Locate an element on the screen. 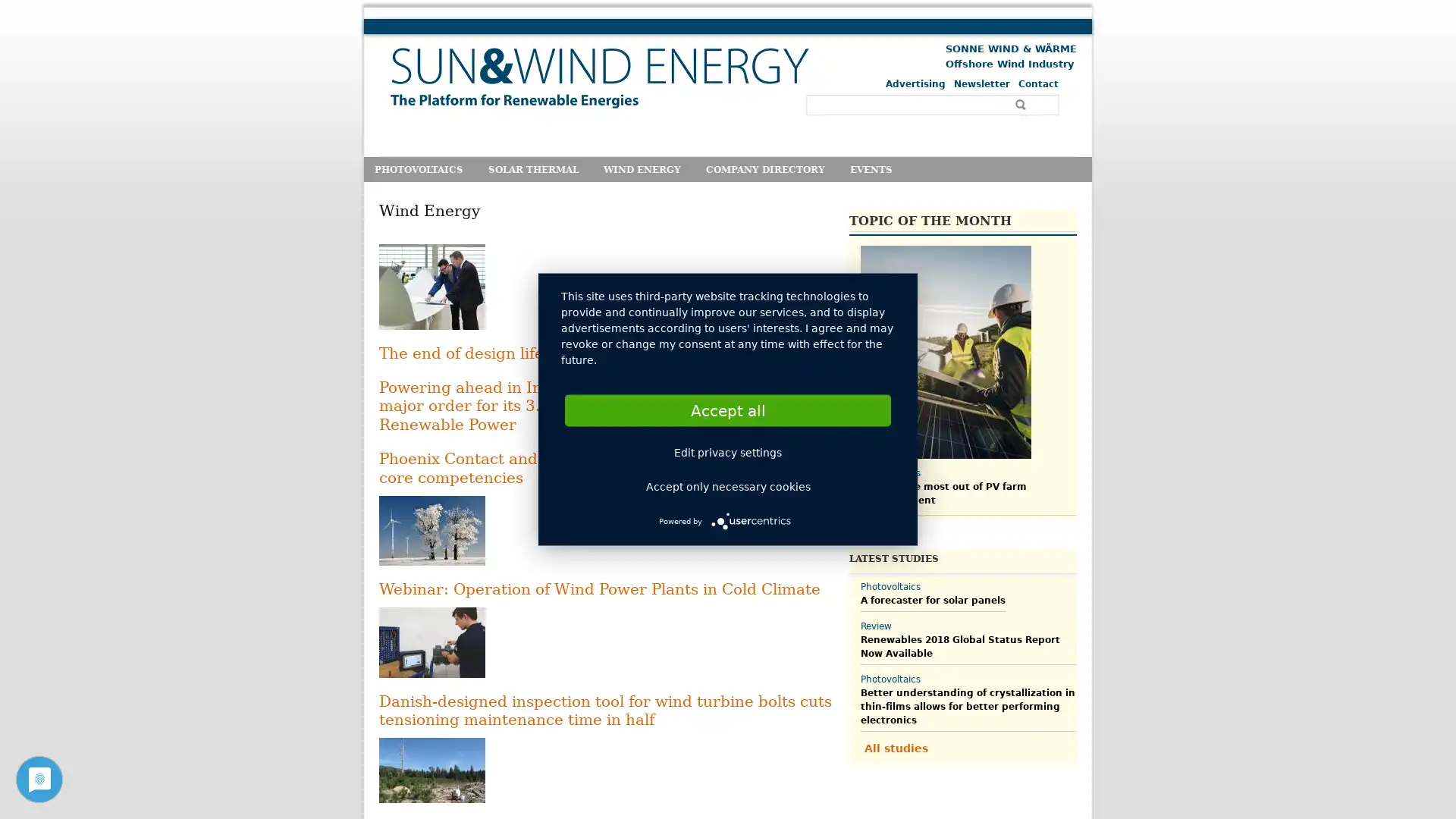 The image size is (1456, 819). Accept is located at coordinates (728, 409).